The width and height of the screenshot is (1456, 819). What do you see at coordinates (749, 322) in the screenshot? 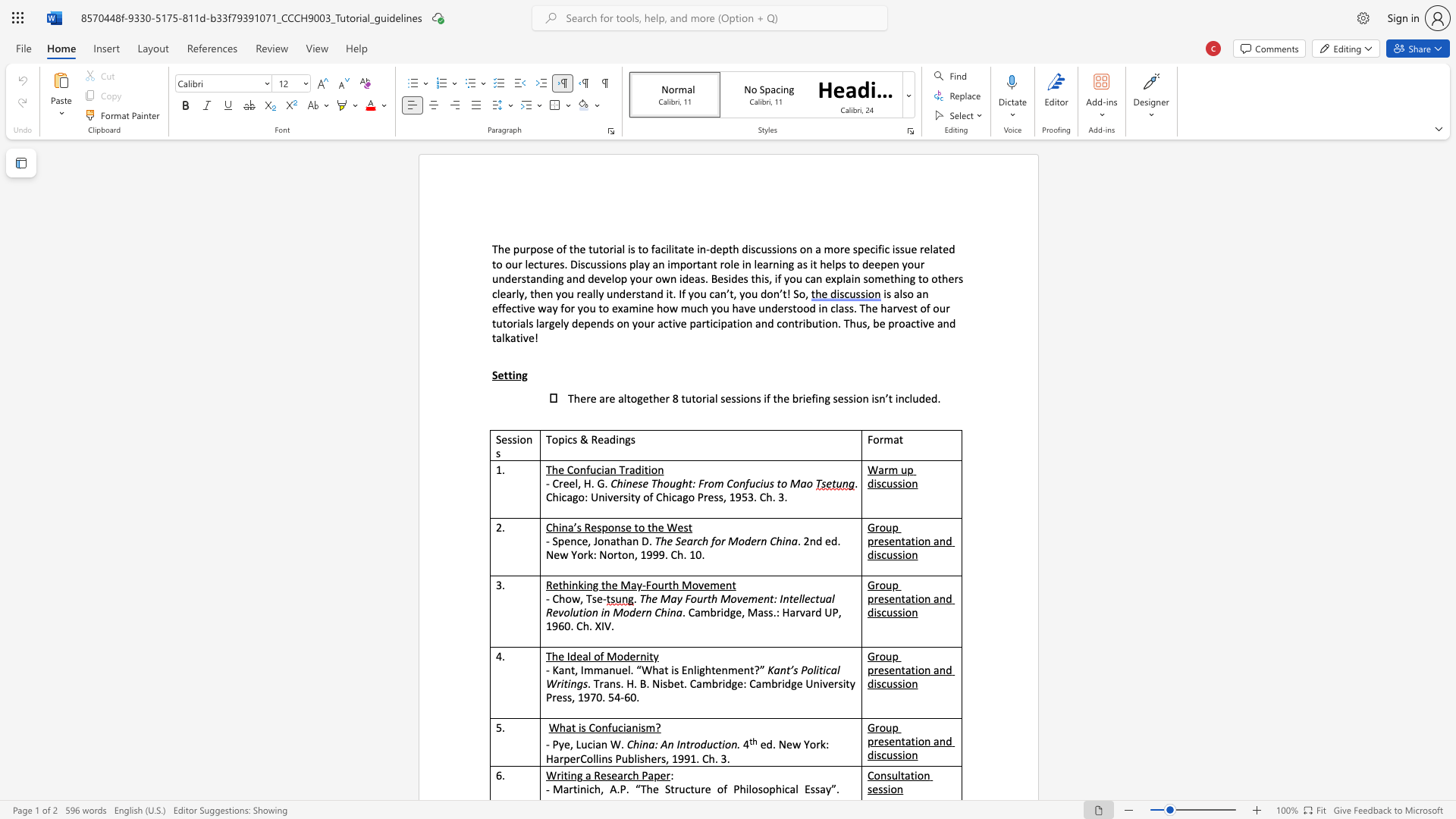
I see `the 1th character "n" in the text` at bounding box center [749, 322].